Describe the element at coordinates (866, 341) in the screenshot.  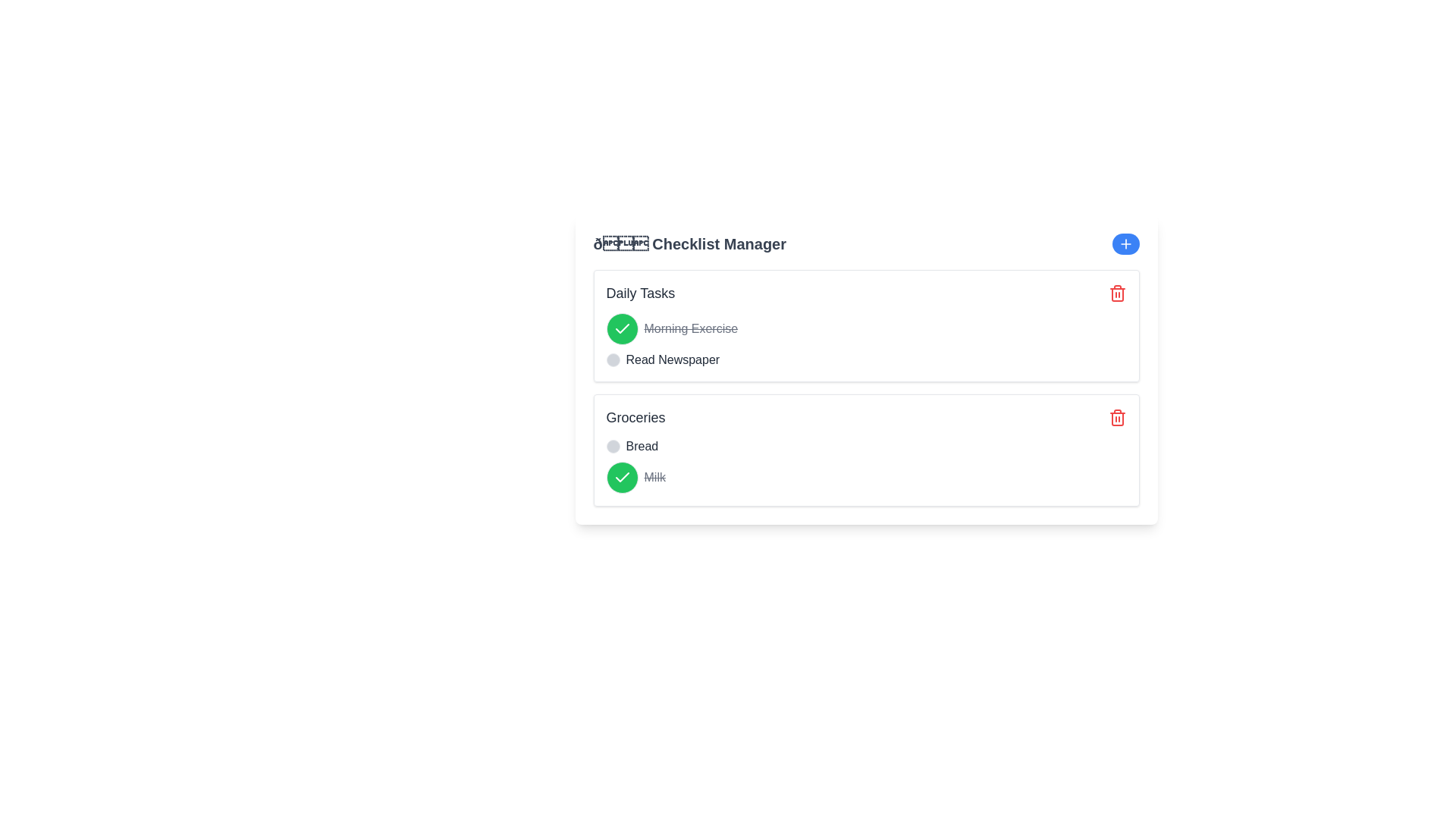
I see `the gray circle next to 'Read Newspaper' in the checklist within the 'Daily Tasks' card to mark it as complete` at that location.